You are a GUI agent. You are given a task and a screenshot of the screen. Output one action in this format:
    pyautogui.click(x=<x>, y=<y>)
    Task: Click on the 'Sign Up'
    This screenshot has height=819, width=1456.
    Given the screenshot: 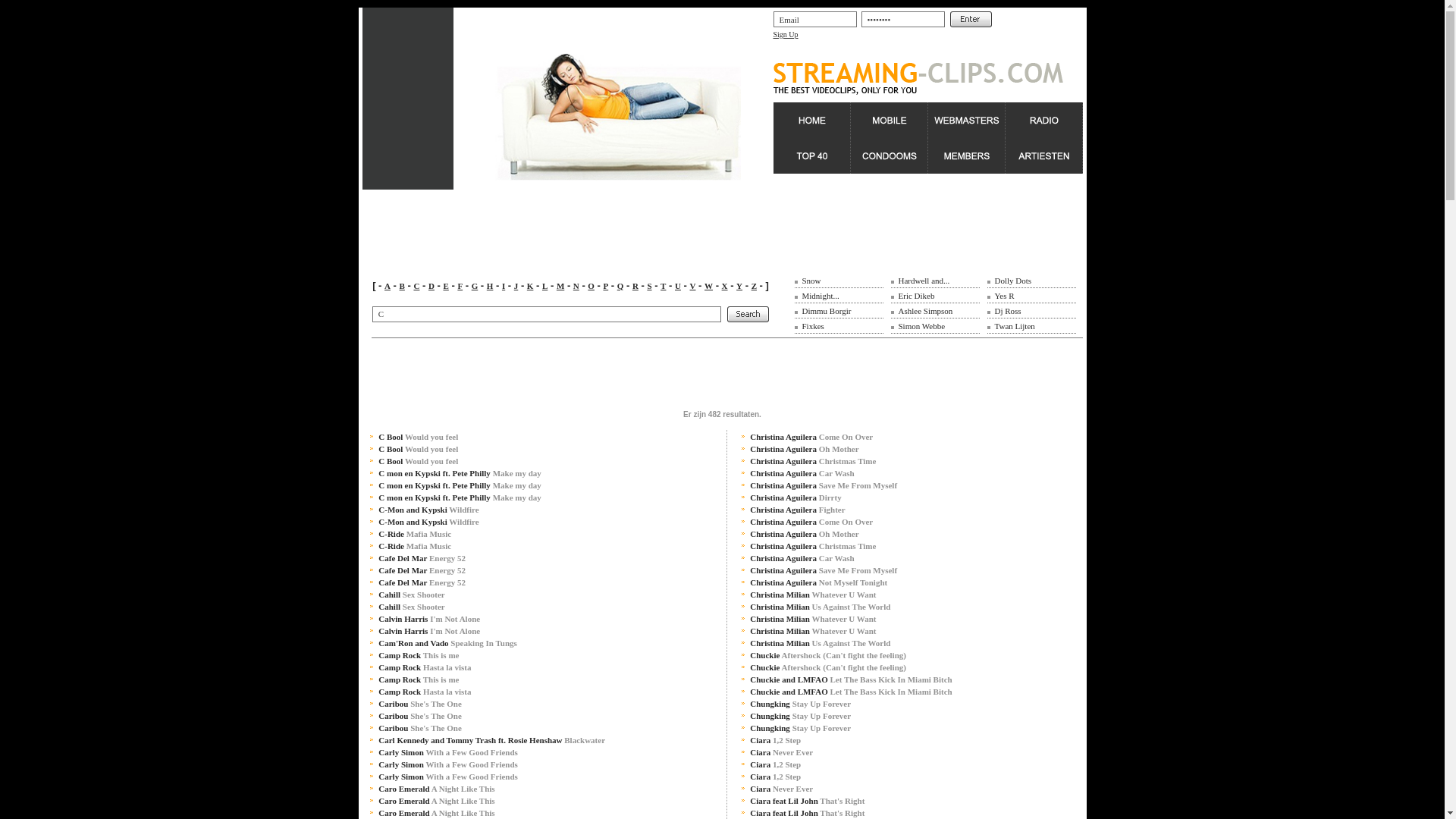 What is the action you would take?
    pyautogui.click(x=786, y=34)
    